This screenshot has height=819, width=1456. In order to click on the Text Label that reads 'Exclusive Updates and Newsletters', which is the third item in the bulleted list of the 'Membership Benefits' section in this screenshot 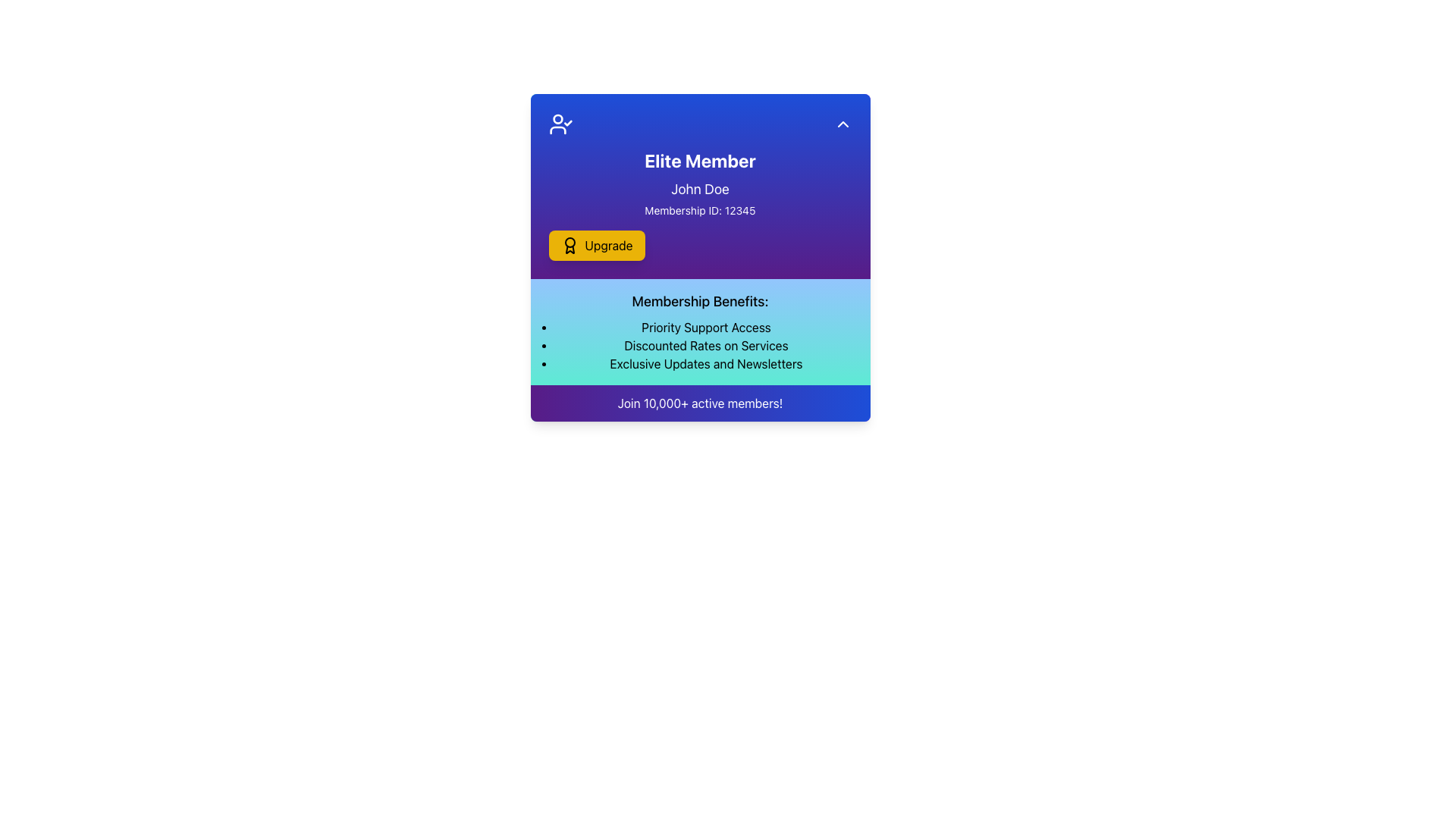, I will do `click(705, 363)`.